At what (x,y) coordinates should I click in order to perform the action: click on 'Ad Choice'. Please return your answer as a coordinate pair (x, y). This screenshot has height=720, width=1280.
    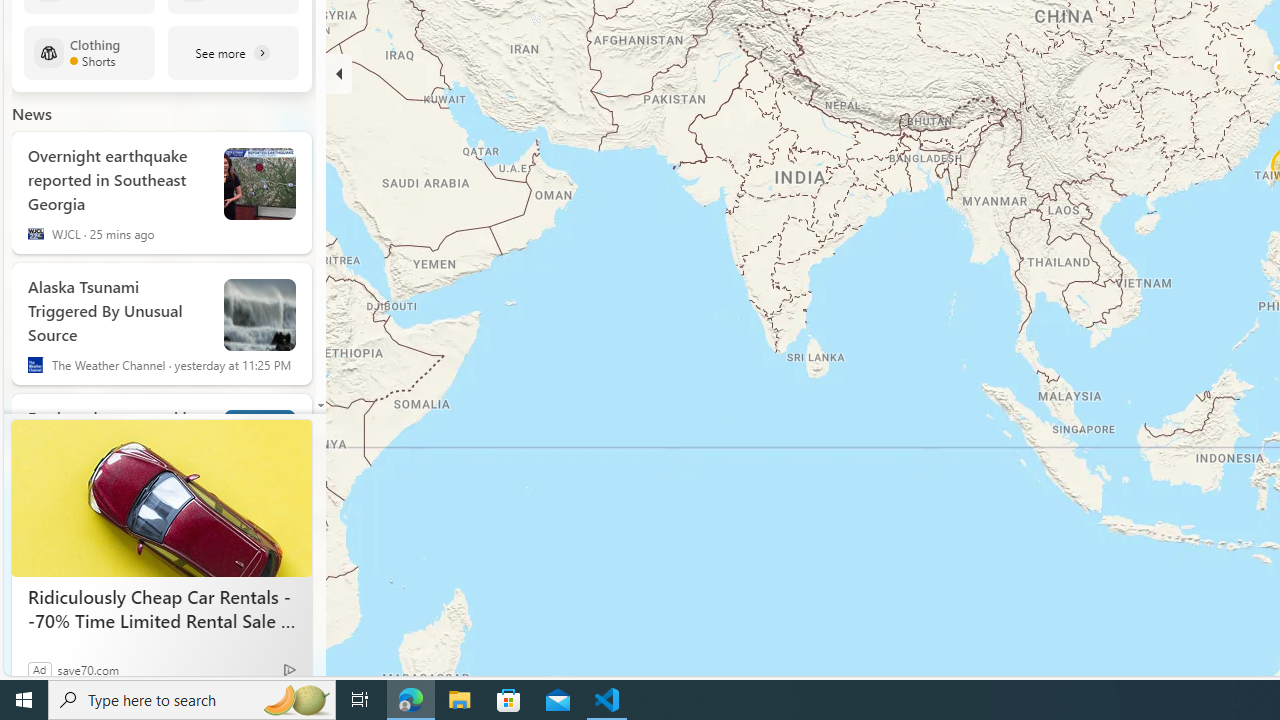
    Looking at the image, I should click on (288, 669).